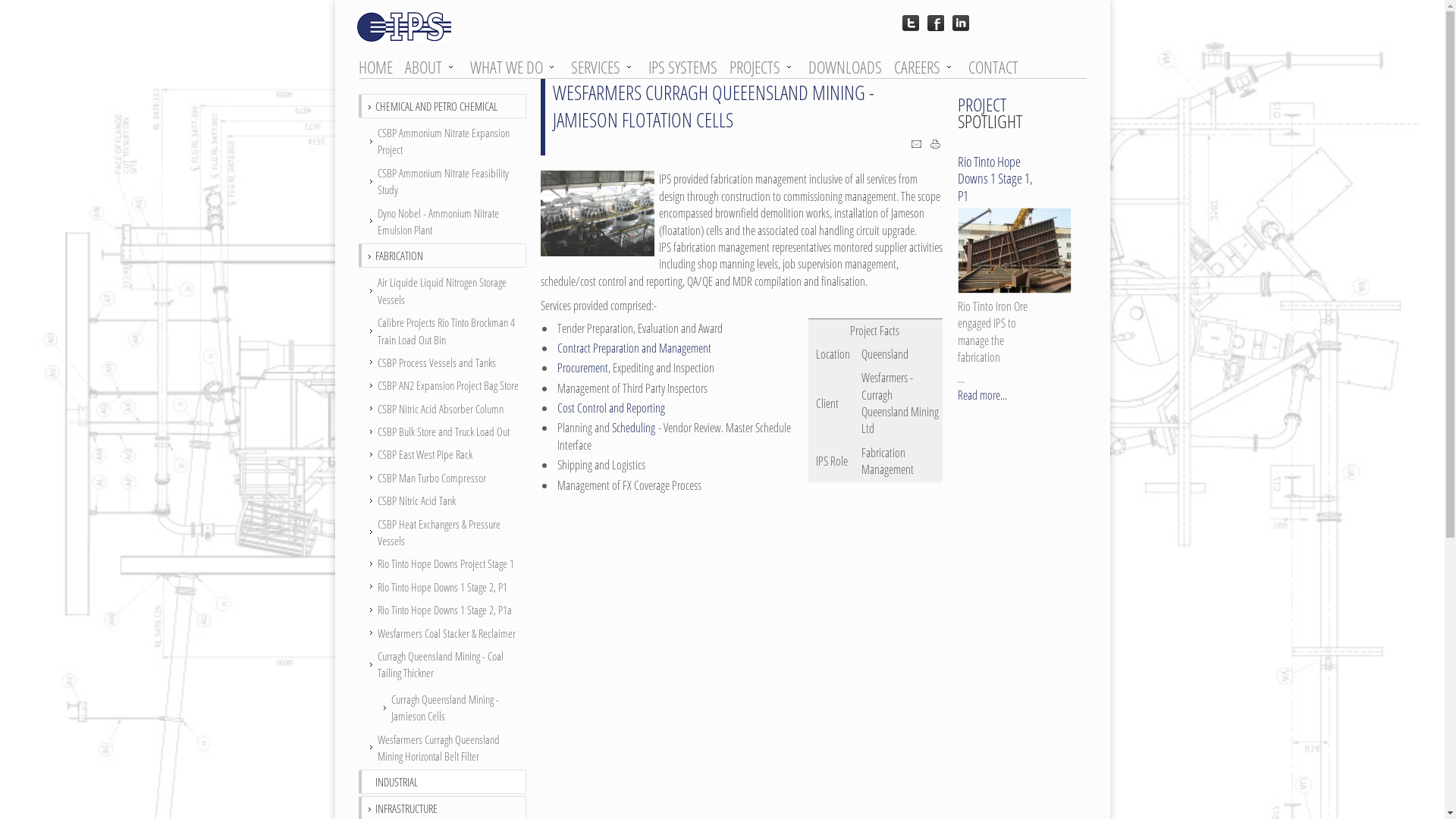 Image resolution: width=1456 pixels, height=819 pixels. I want to click on 'Read more...', so click(981, 394).